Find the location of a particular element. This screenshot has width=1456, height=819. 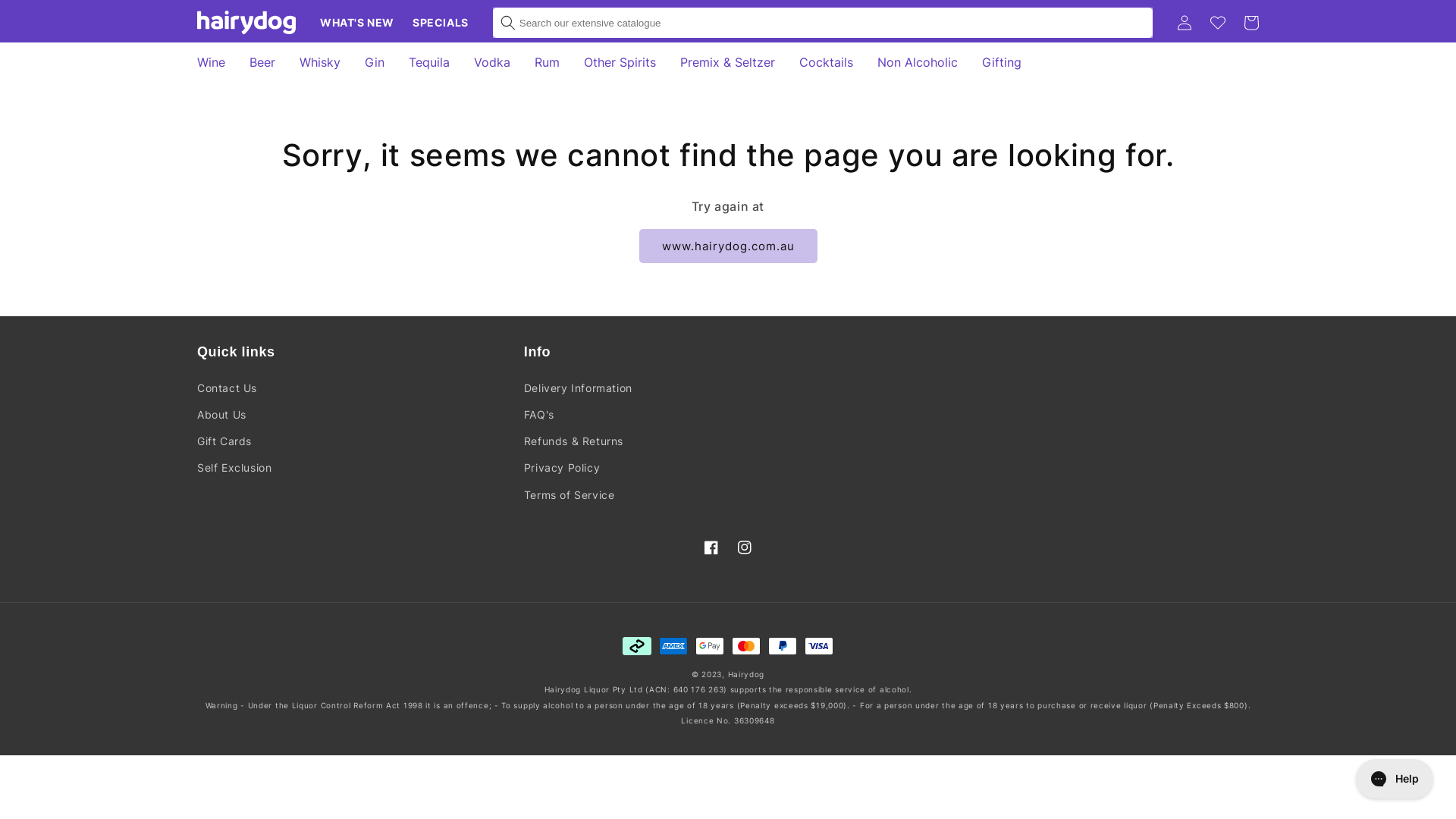

'Contact Us' is located at coordinates (196, 388).